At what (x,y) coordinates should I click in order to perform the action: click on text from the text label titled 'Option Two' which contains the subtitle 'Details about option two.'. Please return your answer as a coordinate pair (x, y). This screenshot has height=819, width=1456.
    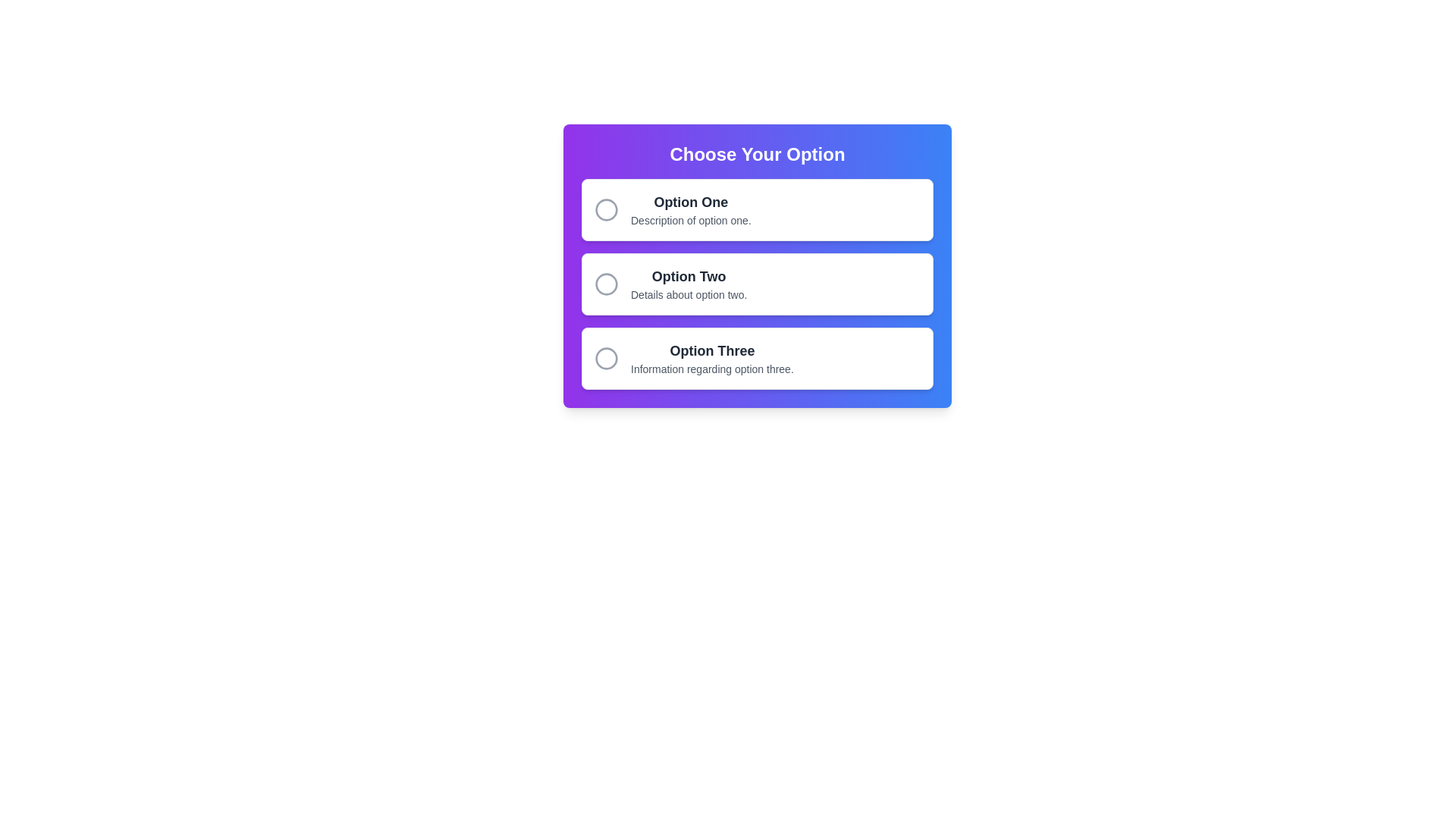
    Looking at the image, I should click on (688, 284).